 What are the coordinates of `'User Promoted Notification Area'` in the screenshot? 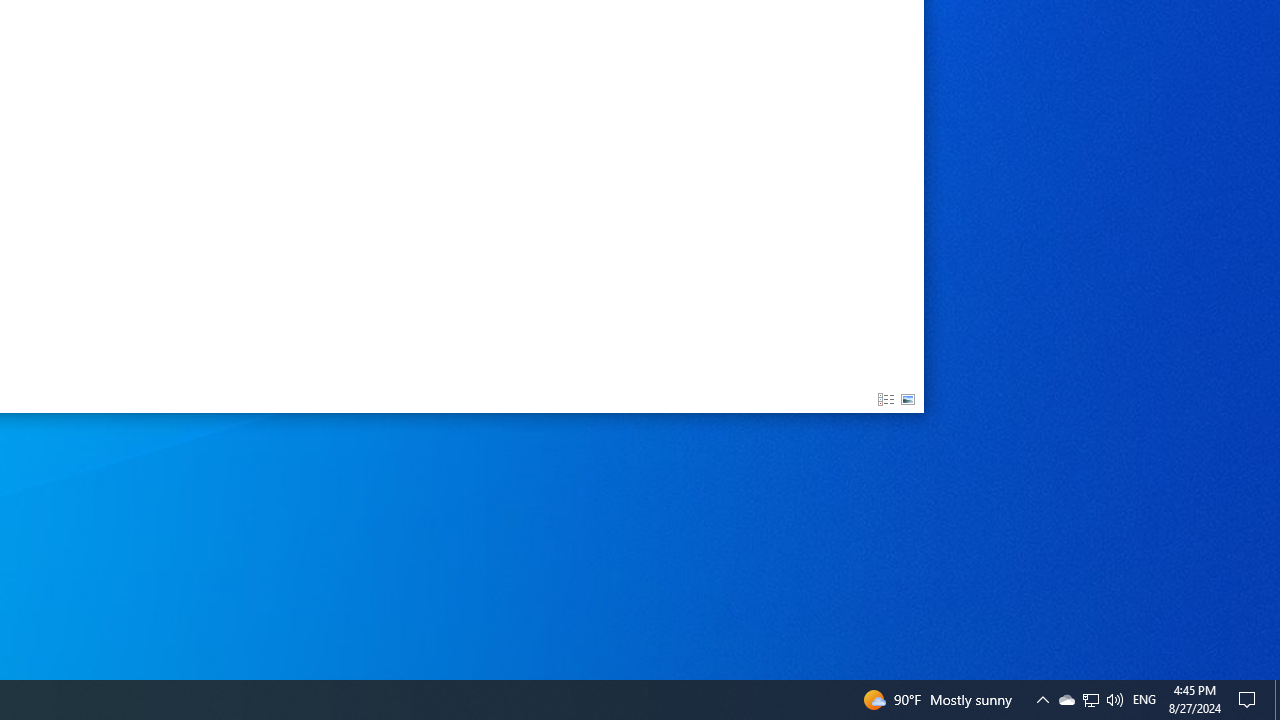 It's located at (1089, 698).